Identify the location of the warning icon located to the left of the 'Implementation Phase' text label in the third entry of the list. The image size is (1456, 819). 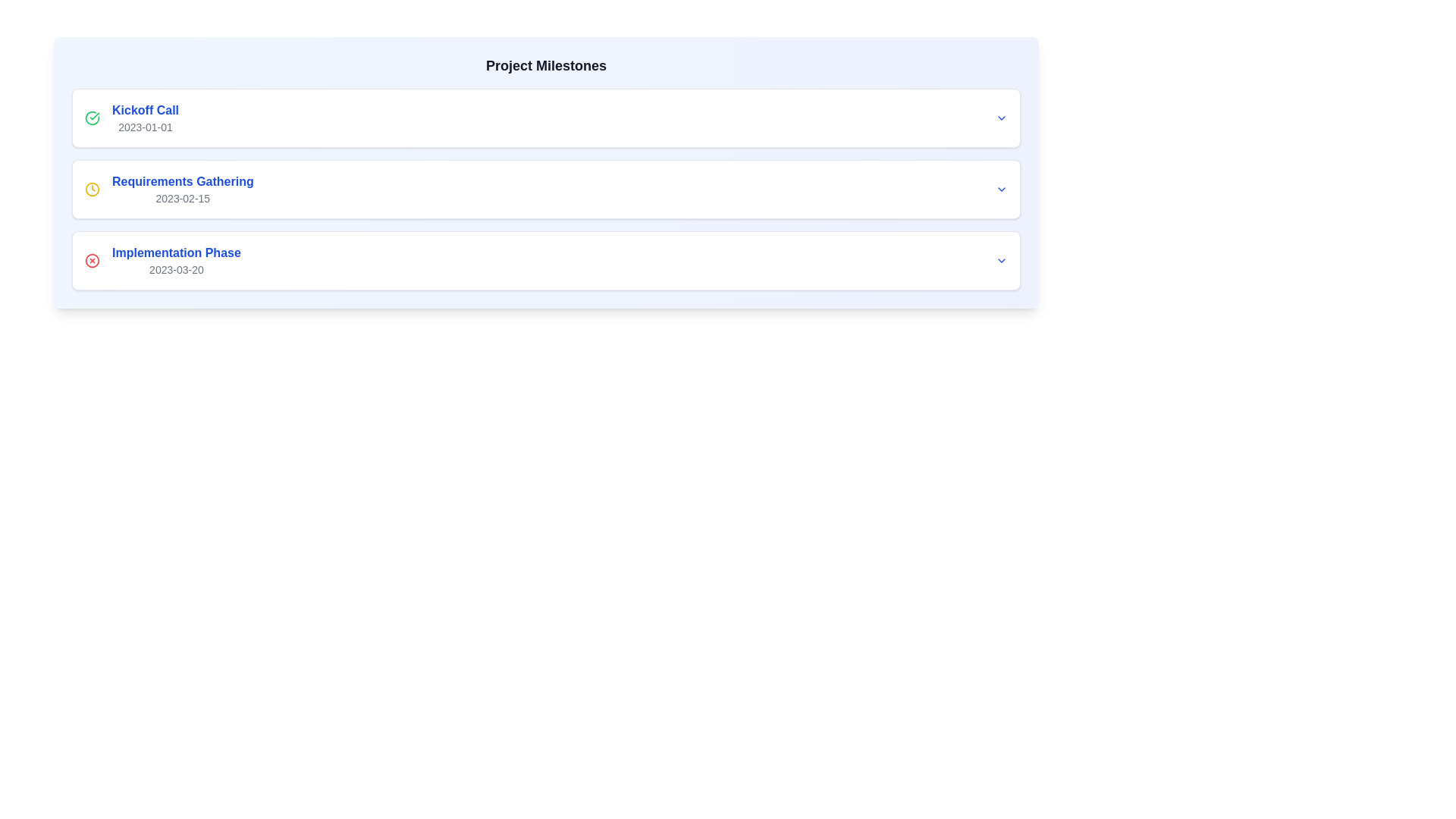
(91, 259).